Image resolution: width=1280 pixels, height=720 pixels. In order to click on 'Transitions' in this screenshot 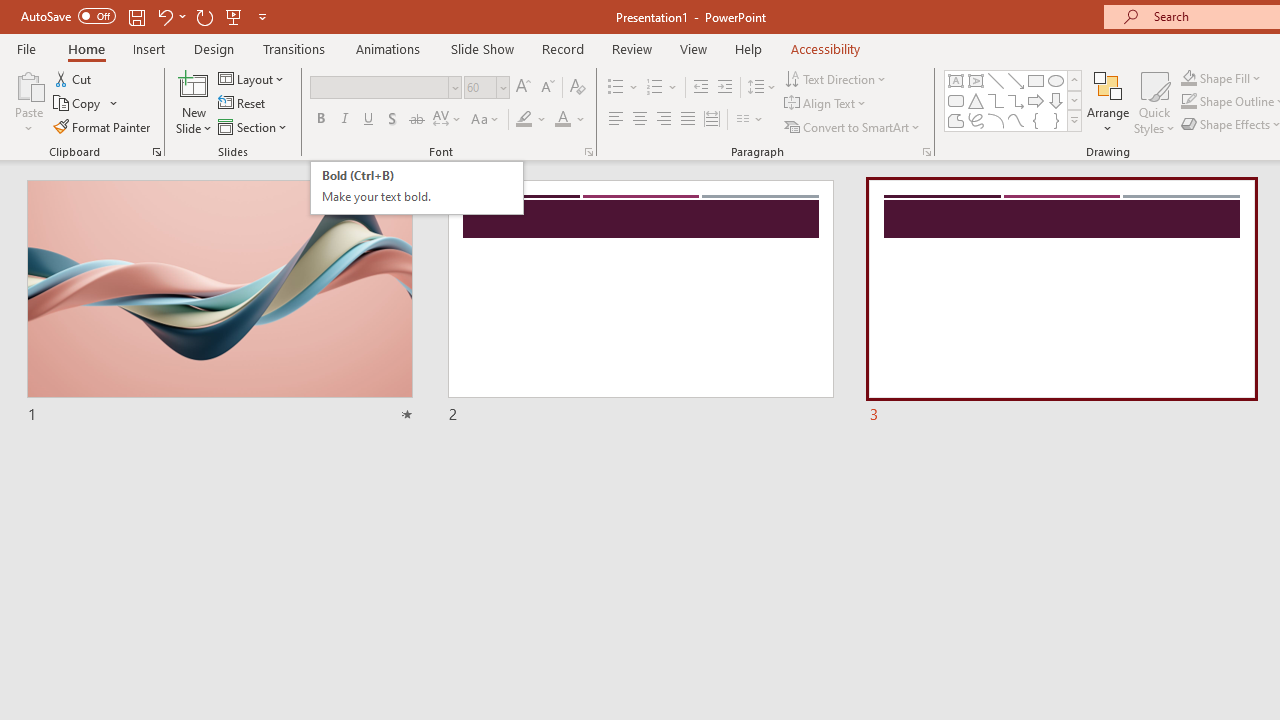, I will do `click(294, 48)`.